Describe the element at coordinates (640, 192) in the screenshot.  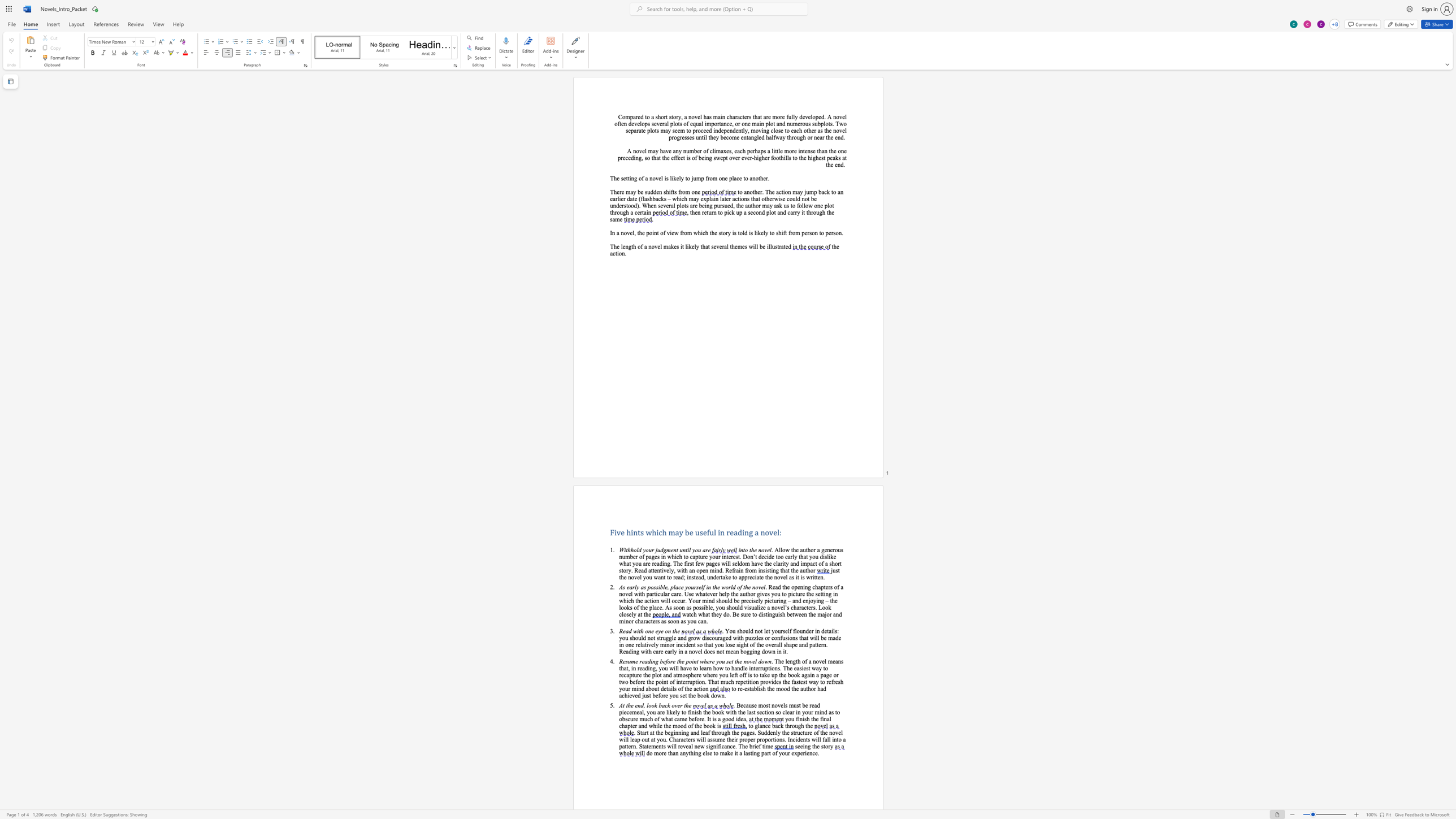
I see `the space between the continuous character "b" and "e" in the text` at that location.